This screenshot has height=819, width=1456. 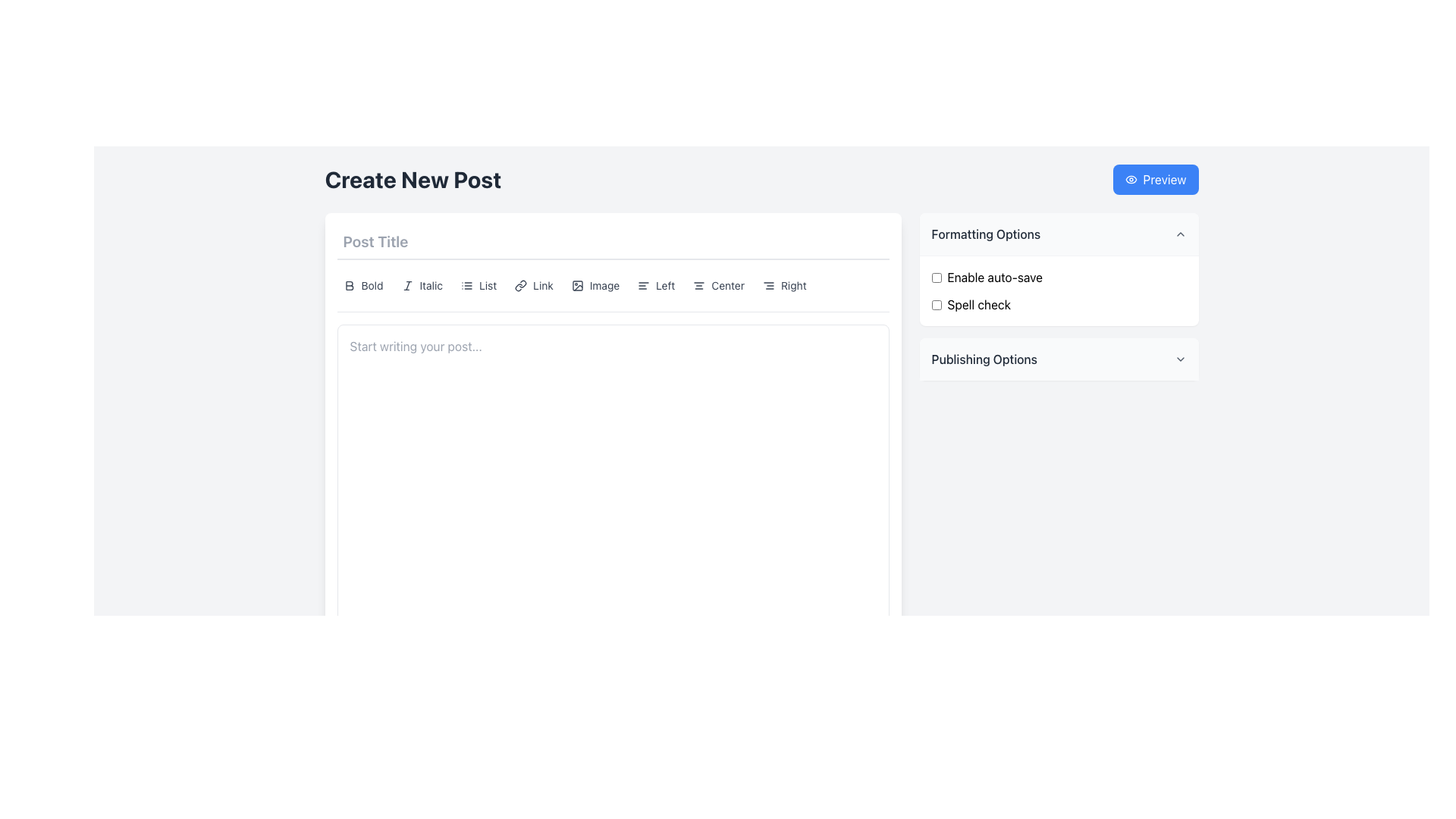 I want to click on the static text element displaying 'Bold' in a smaller gray font within the formatting toolbar under the 'Post Title' section, so click(x=372, y=286).